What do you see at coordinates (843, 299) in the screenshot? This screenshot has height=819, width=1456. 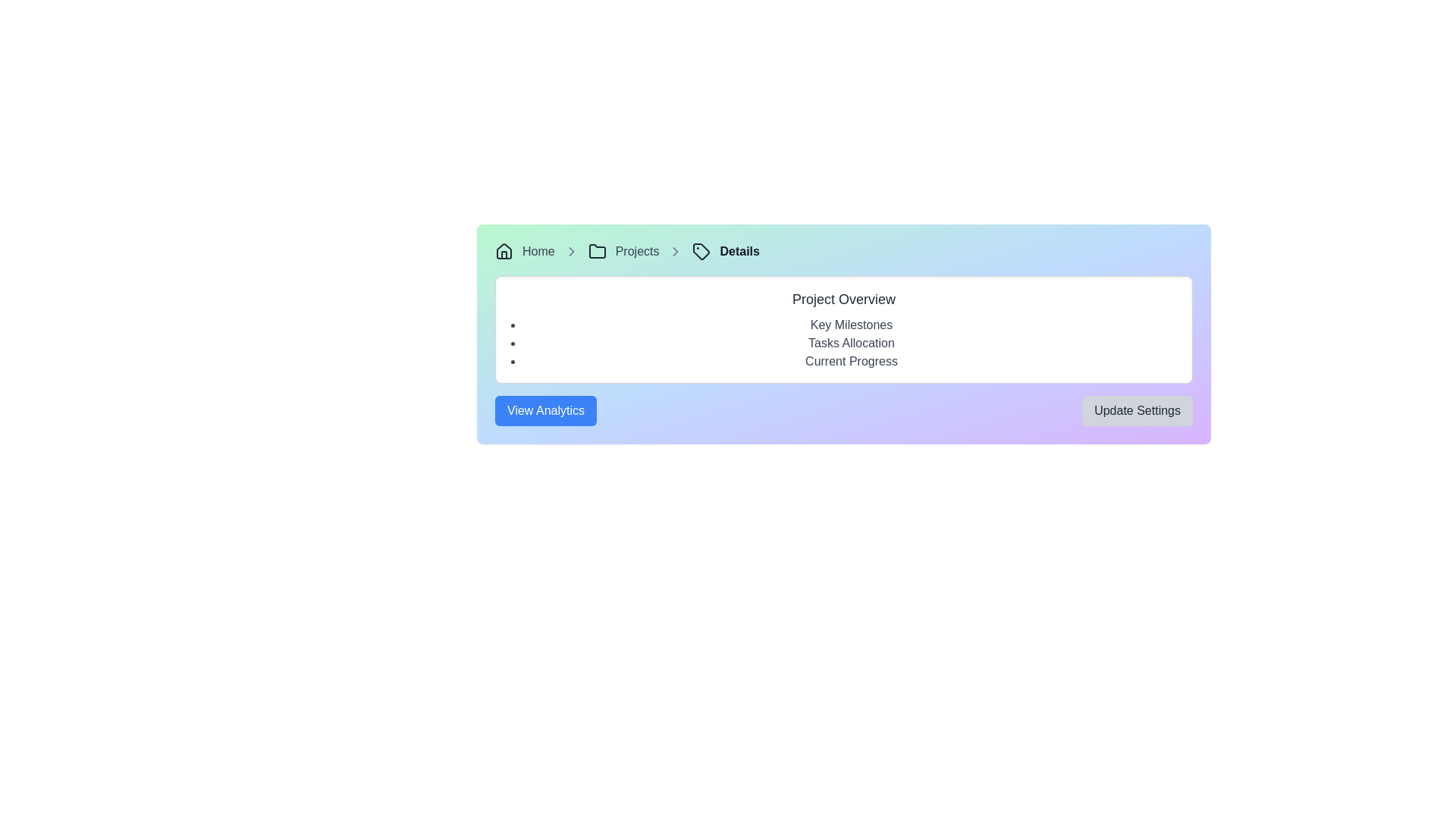 I see `the title heading indicating the 'Project Overview' section, which is centrally positioned and located above 'Key Milestones,' 'Tasks Allocation,' and 'Current Progress.'` at bounding box center [843, 299].